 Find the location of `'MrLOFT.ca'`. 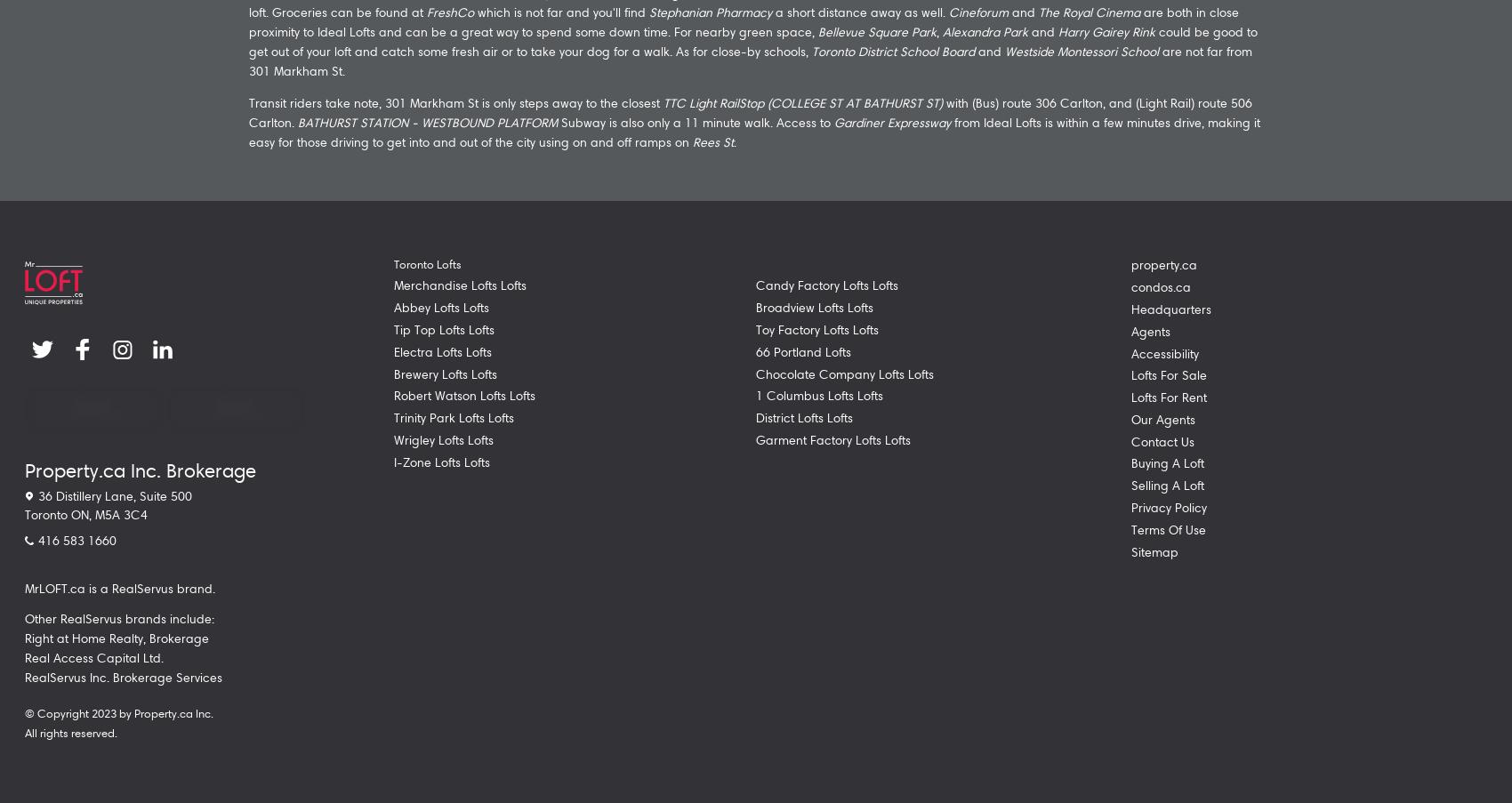

'MrLOFT.ca' is located at coordinates (55, 586).